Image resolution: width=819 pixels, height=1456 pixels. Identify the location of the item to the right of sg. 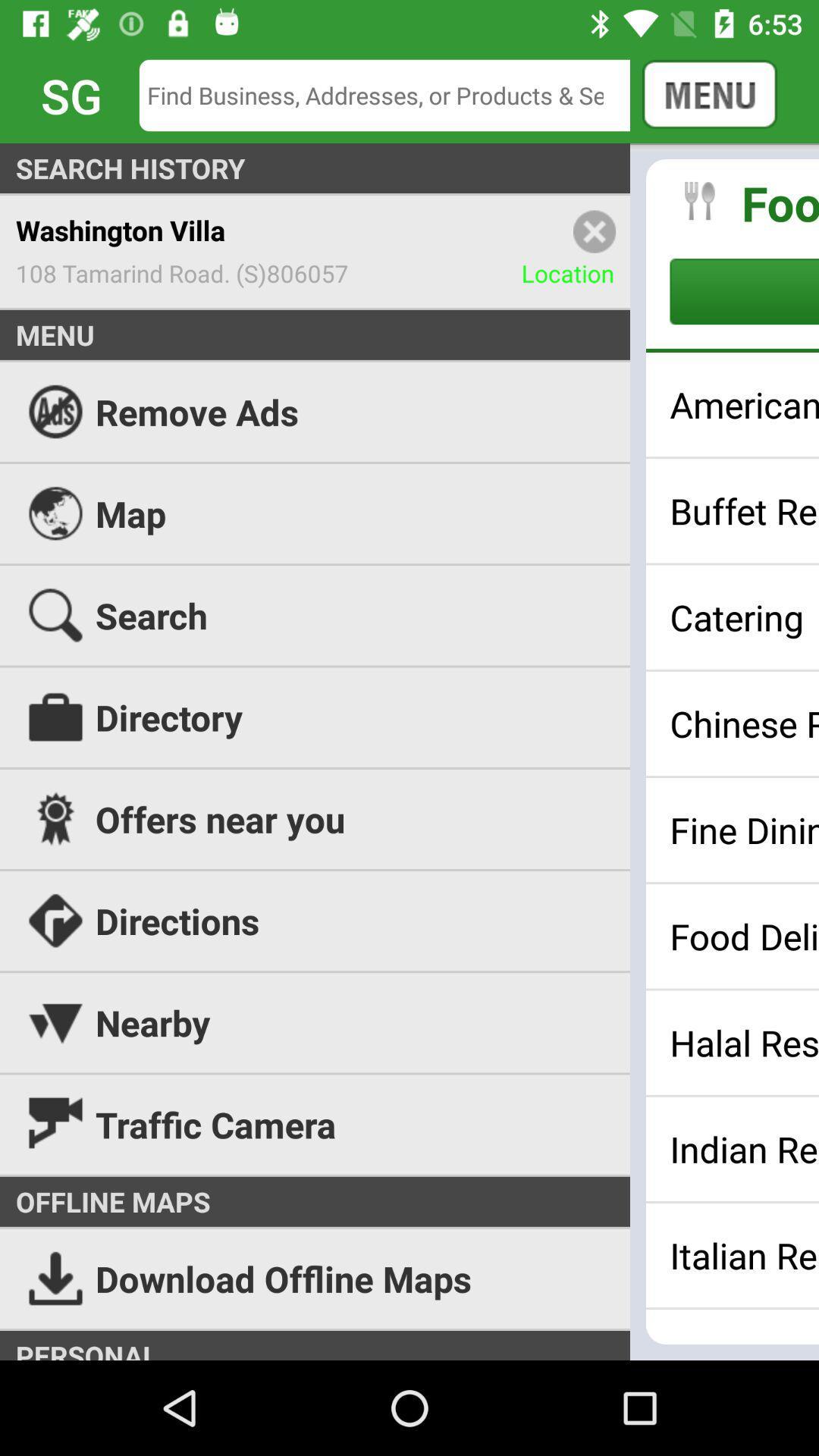
(395, 94).